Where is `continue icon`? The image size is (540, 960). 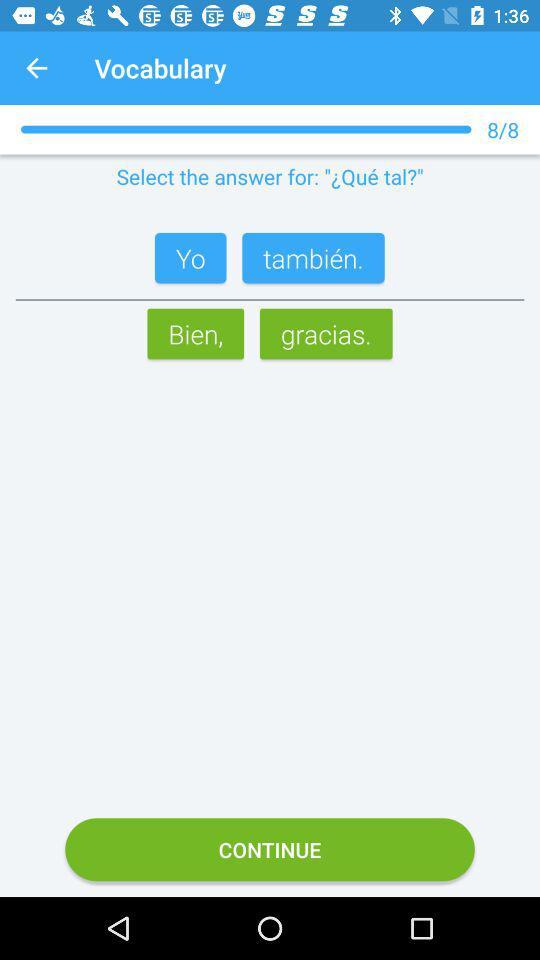 continue icon is located at coordinates (270, 848).